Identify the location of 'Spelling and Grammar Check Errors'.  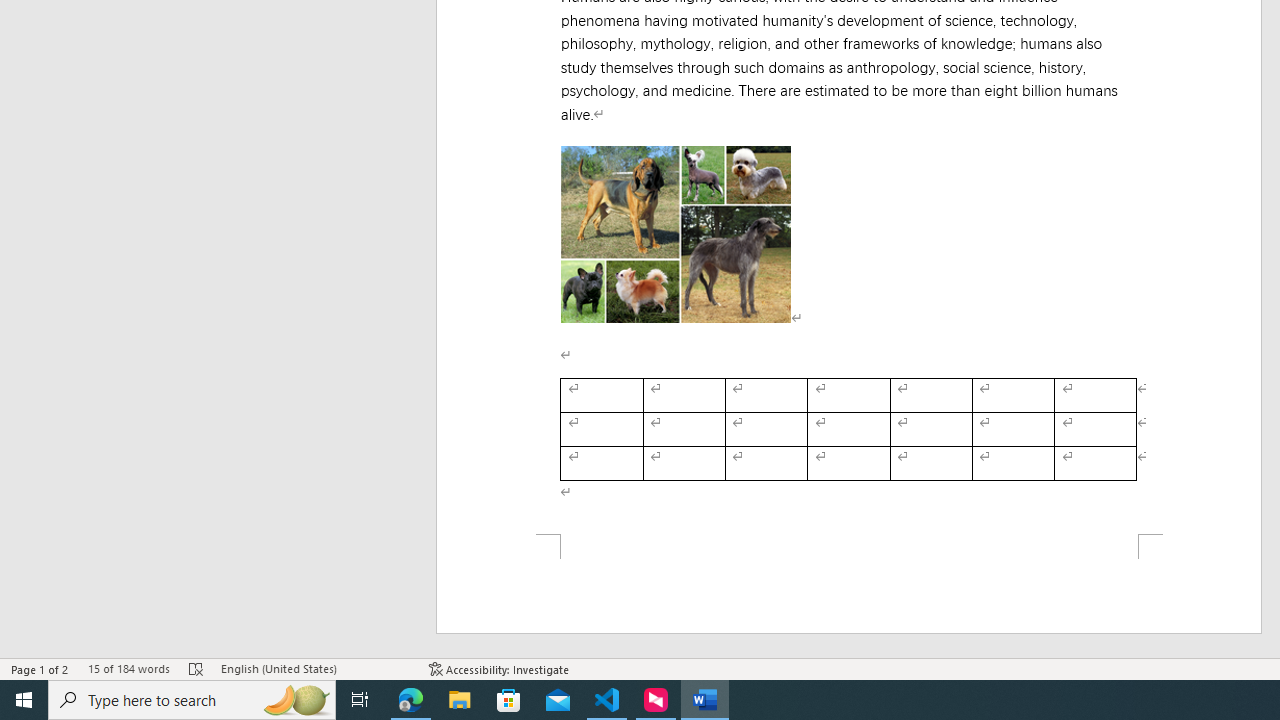
(196, 669).